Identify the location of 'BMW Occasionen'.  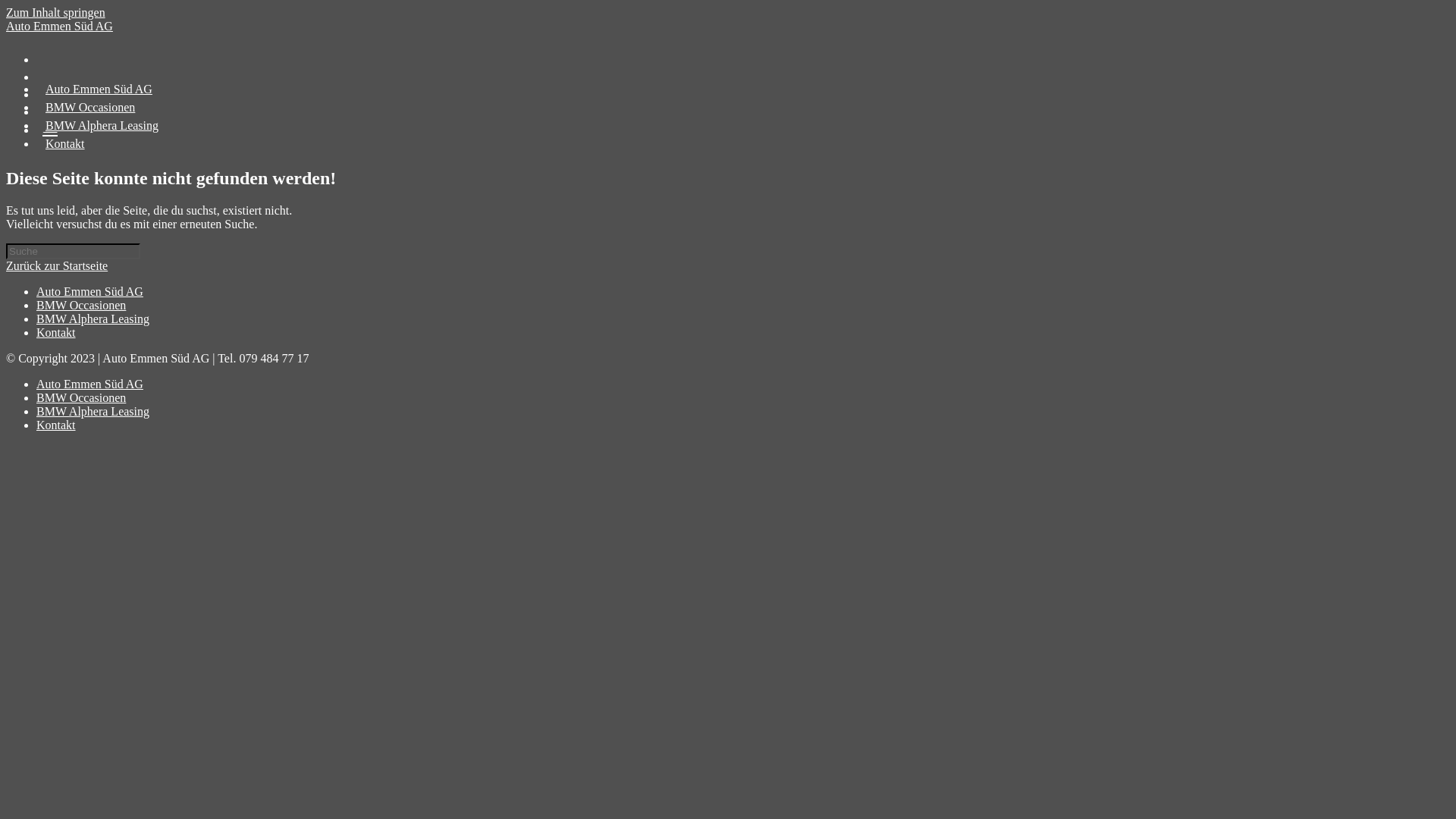
(89, 106).